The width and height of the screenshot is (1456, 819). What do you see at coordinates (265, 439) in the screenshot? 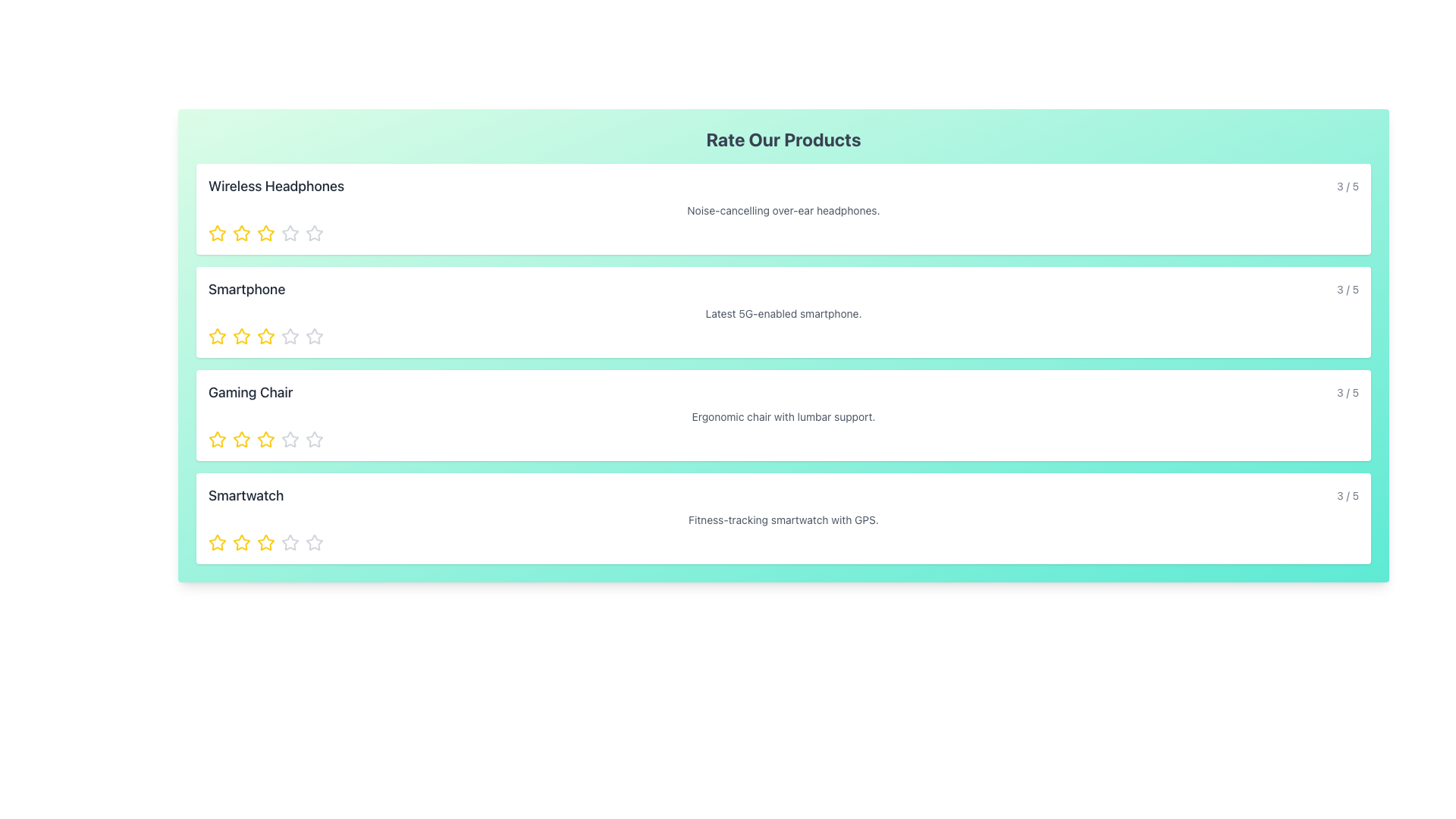
I see `the third star icon with a yellow outline in the rating system for the 'Gaming Chair' section` at bounding box center [265, 439].